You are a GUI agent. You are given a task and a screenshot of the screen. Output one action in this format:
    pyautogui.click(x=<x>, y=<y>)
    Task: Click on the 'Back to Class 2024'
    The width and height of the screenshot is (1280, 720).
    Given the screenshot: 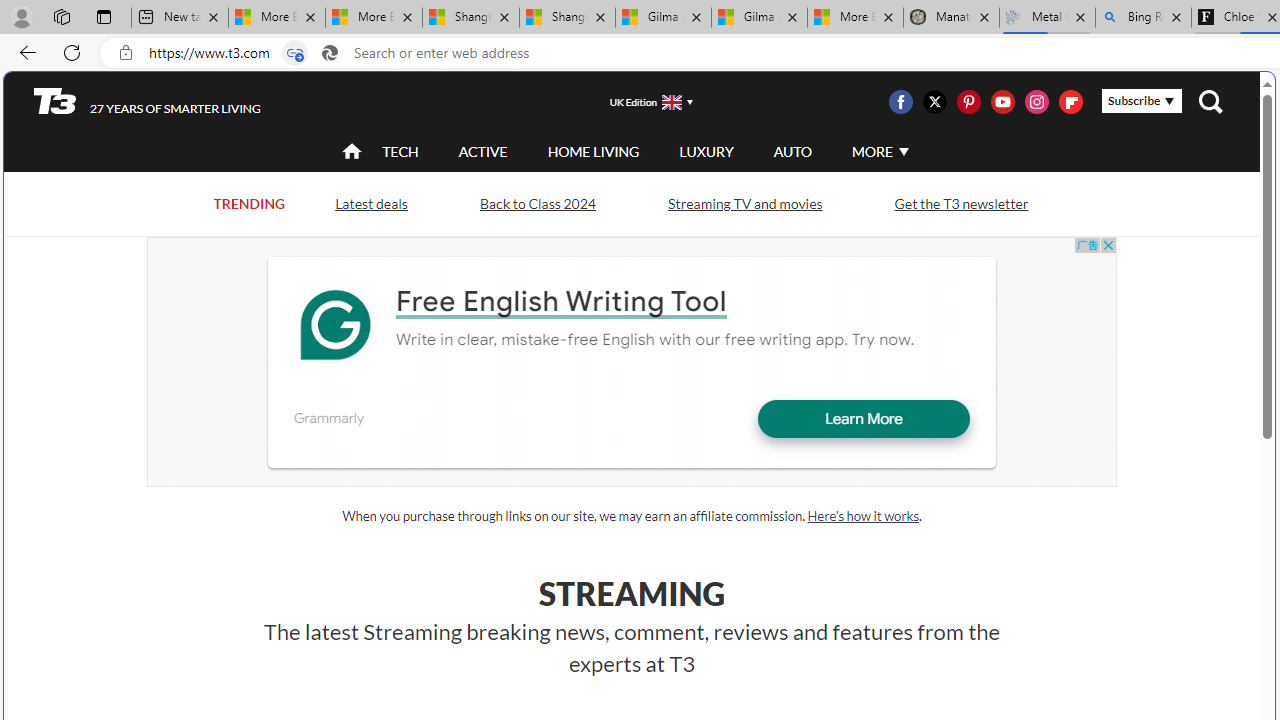 What is the action you would take?
    pyautogui.click(x=537, y=204)
    